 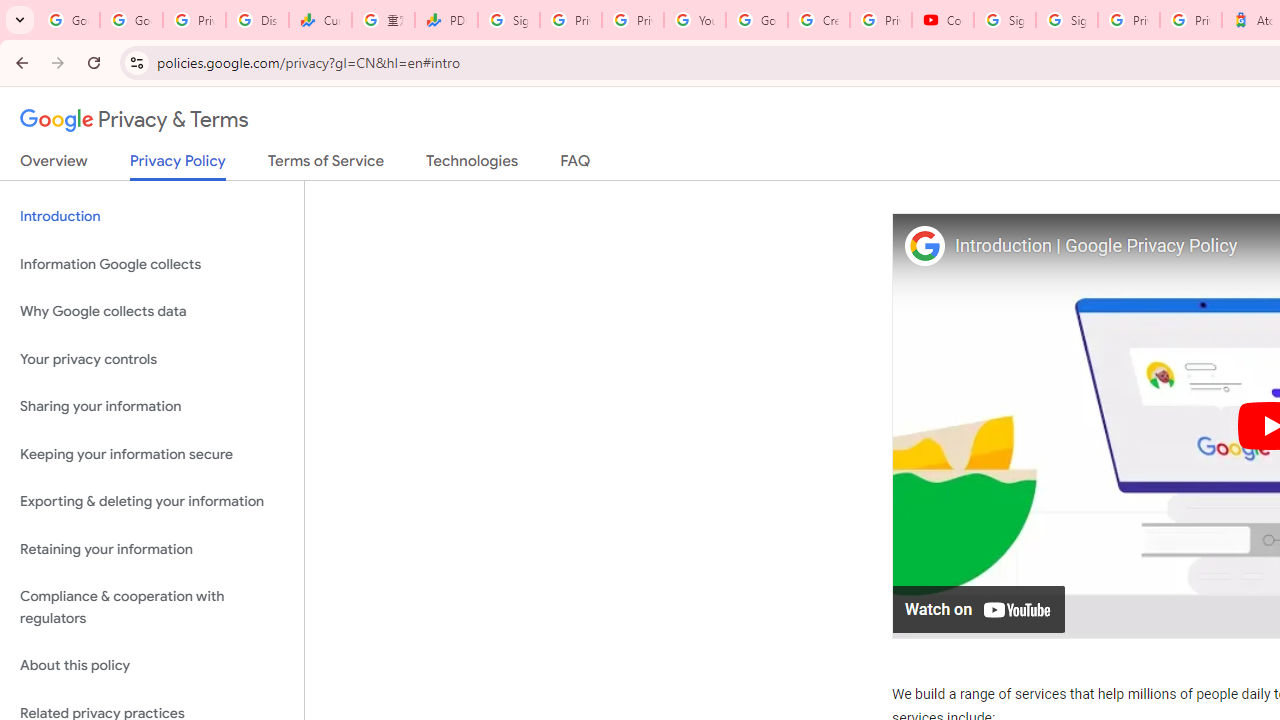 What do you see at coordinates (756, 20) in the screenshot?
I see `'Google Account Help'` at bounding box center [756, 20].